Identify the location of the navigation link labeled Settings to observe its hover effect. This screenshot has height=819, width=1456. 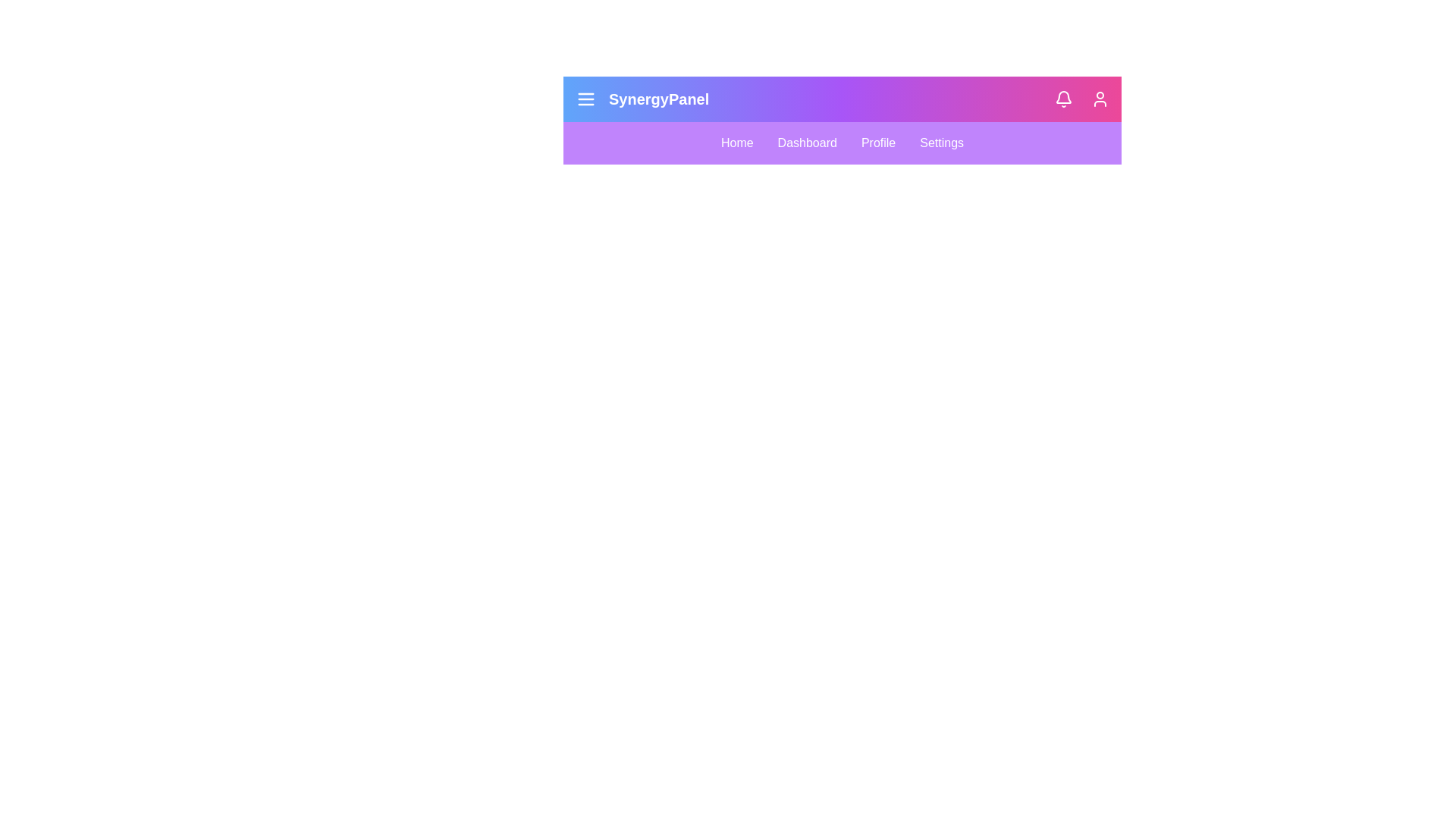
(941, 143).